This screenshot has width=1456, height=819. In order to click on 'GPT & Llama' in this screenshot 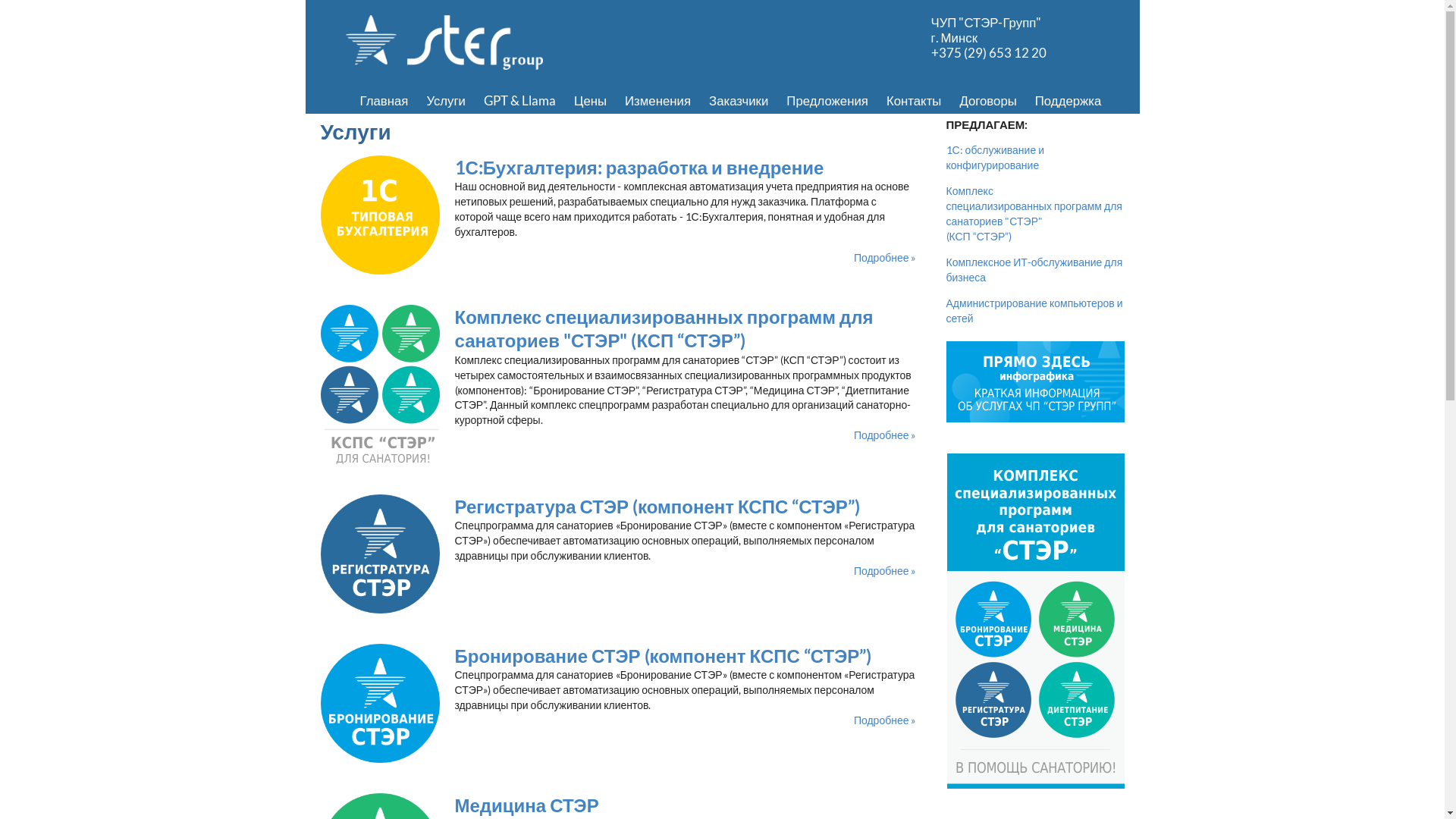, I will do `click(473, 100)`.